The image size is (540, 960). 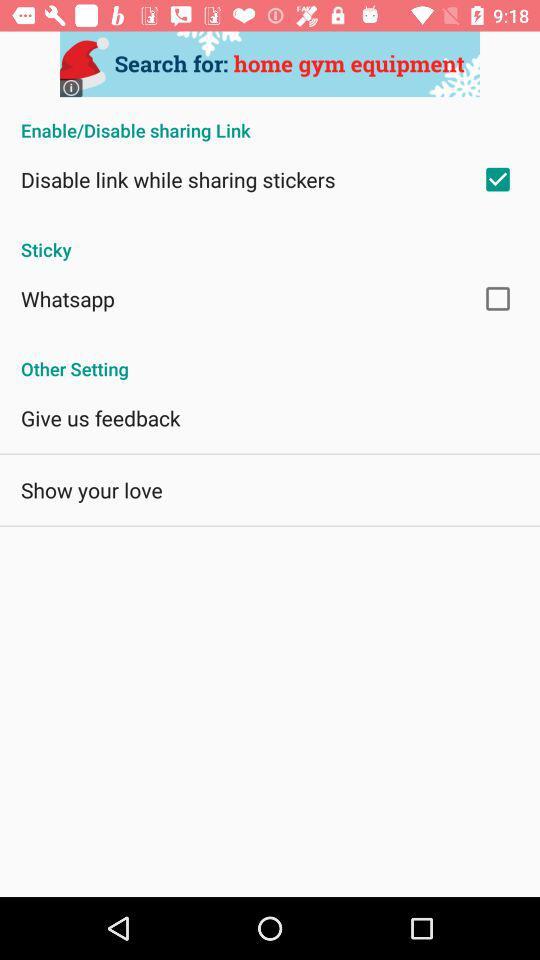 What do you see at coordinates (90, 489) in the screenshot?
I see `app below the give us feedback app` at bounding box center [90, 489].